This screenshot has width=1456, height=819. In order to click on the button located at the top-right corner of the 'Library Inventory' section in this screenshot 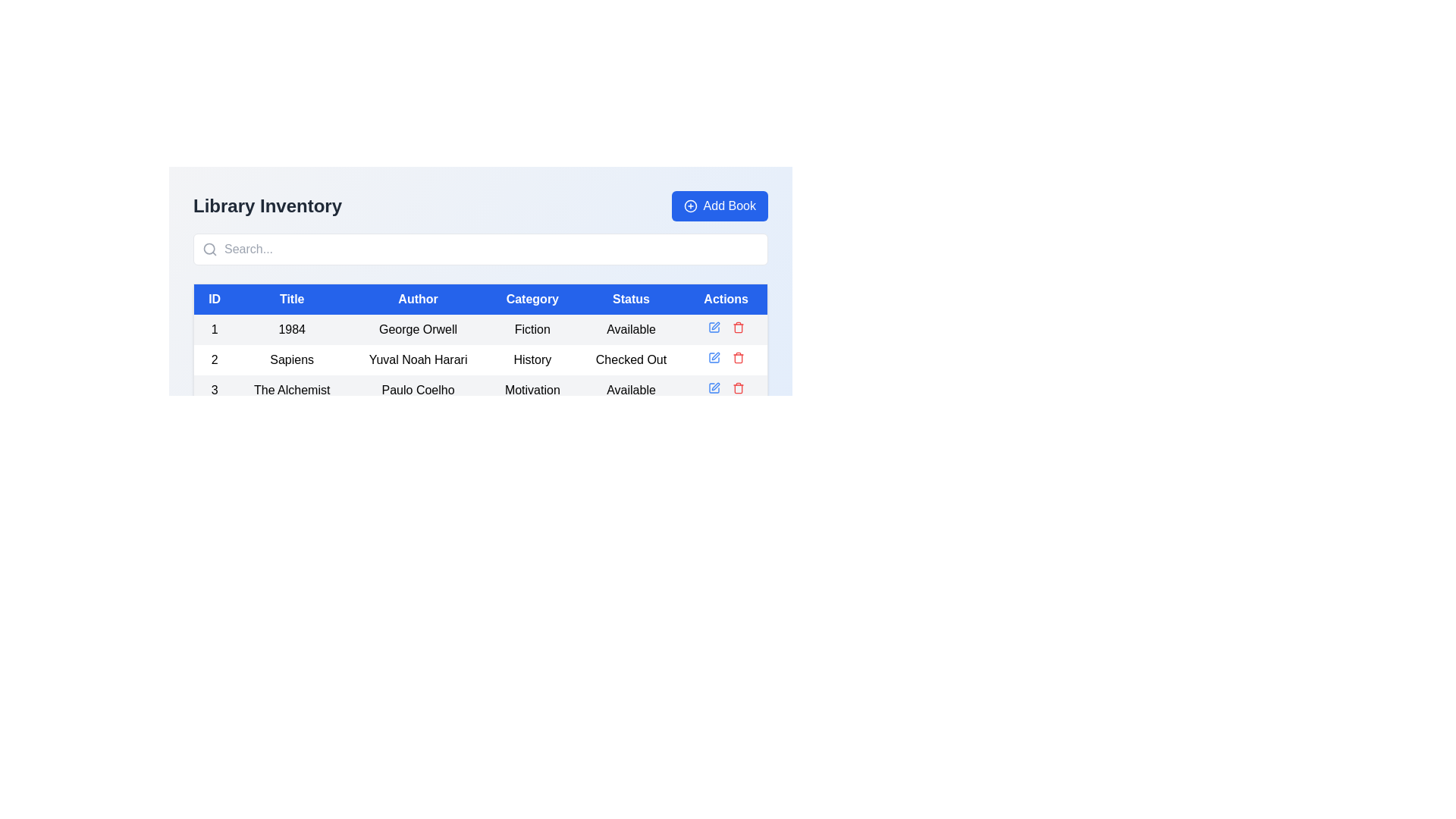, I will do `click(719, 206)`.